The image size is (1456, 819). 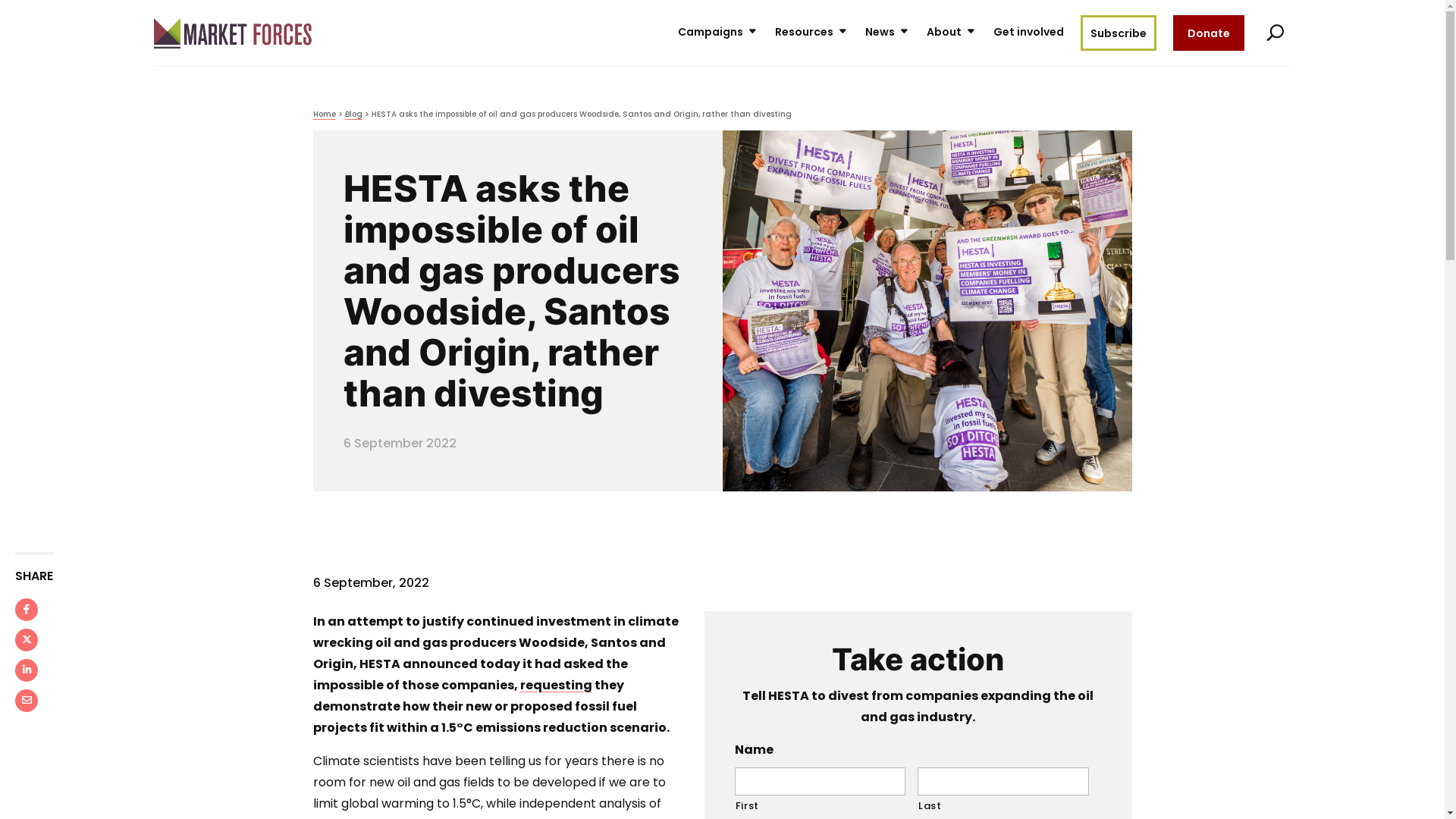 I want to click on 'Home', so click(x=323, y=113).